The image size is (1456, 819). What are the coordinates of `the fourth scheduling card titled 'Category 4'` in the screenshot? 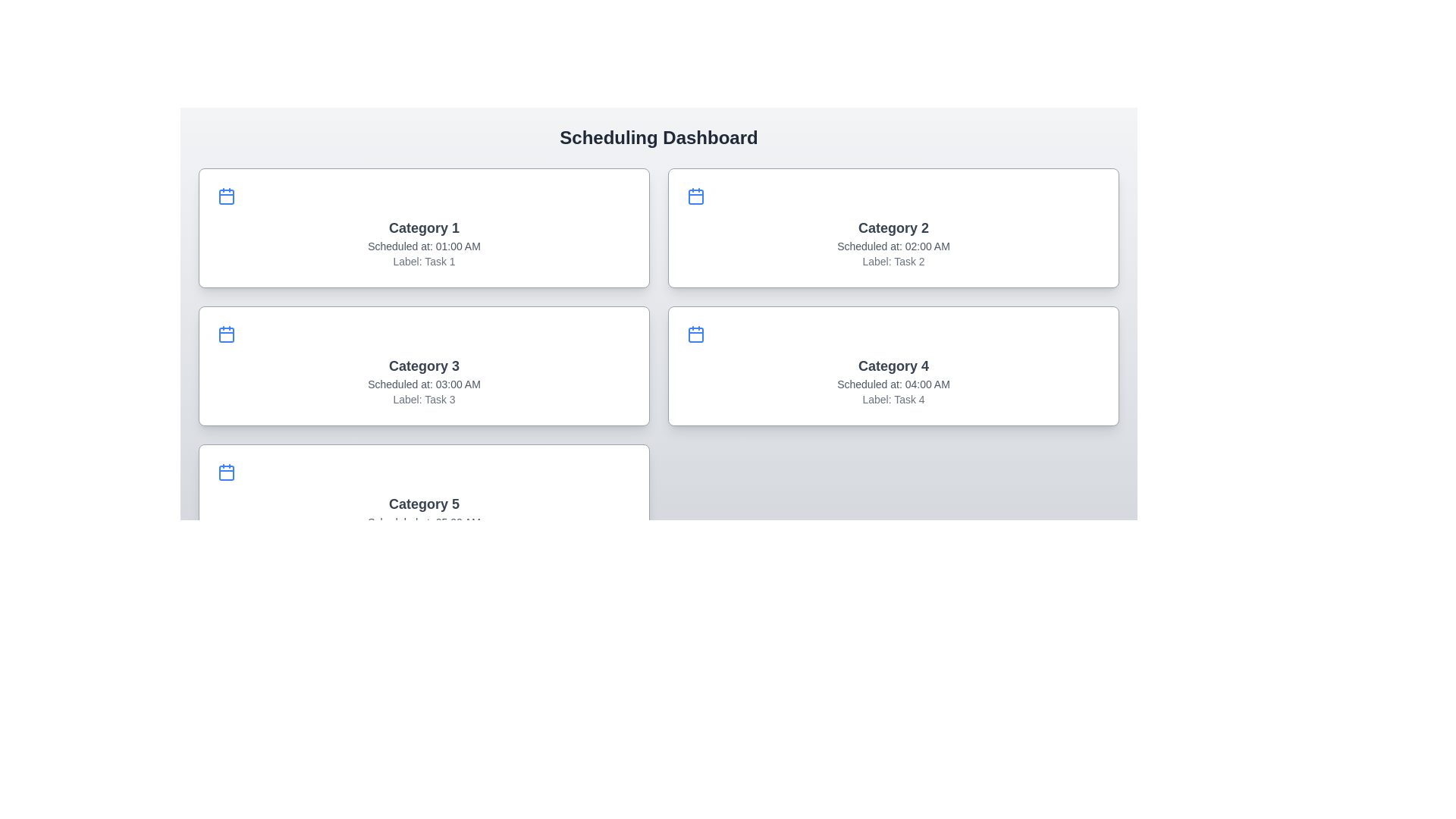 It's located at (893, 366).